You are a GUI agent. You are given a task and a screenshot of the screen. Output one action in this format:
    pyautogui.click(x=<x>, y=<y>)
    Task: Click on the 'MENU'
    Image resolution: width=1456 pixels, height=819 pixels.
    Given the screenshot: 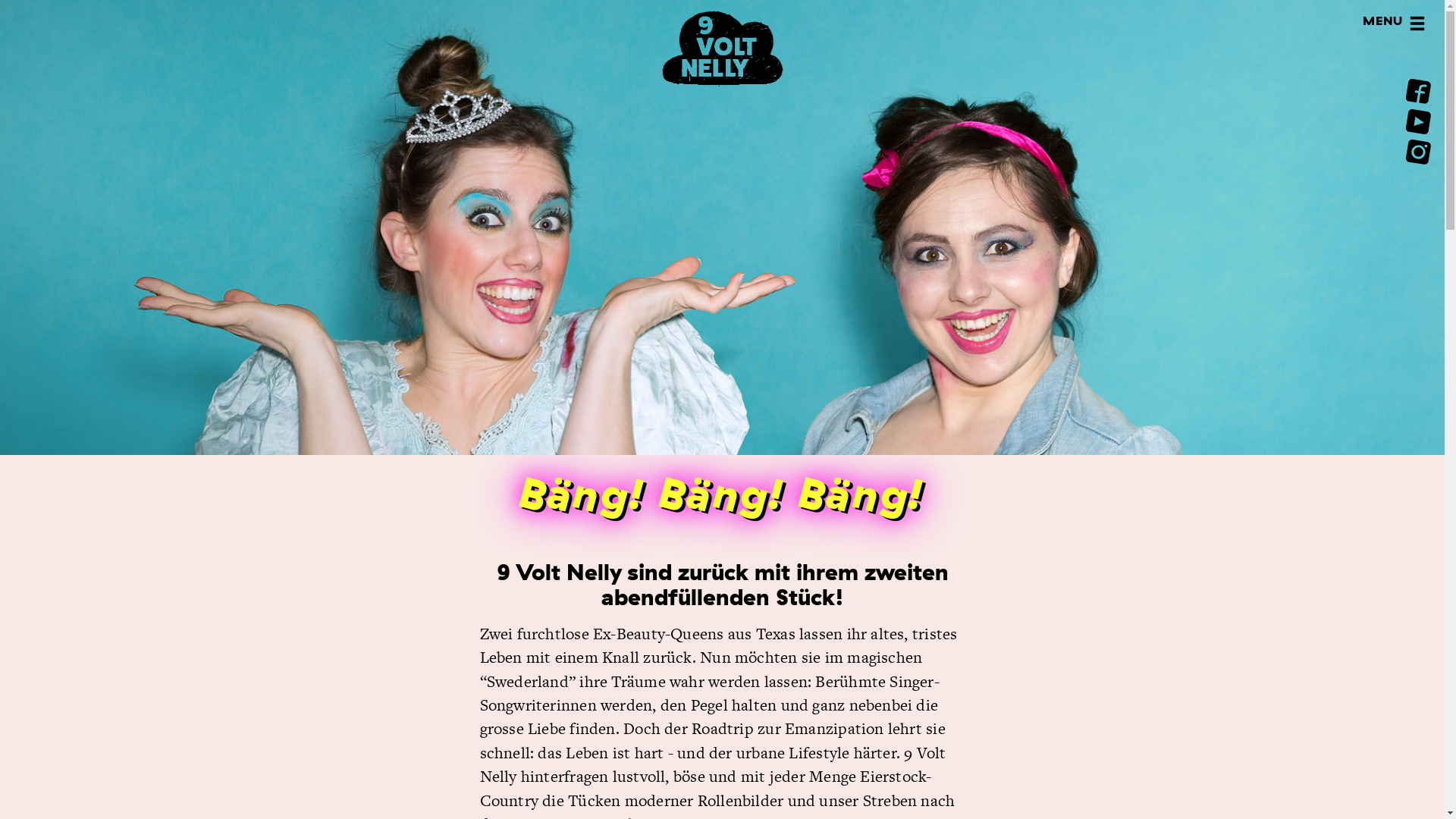 What is the action you would take?
    pyautogui.click(x=1416, y=25)
    